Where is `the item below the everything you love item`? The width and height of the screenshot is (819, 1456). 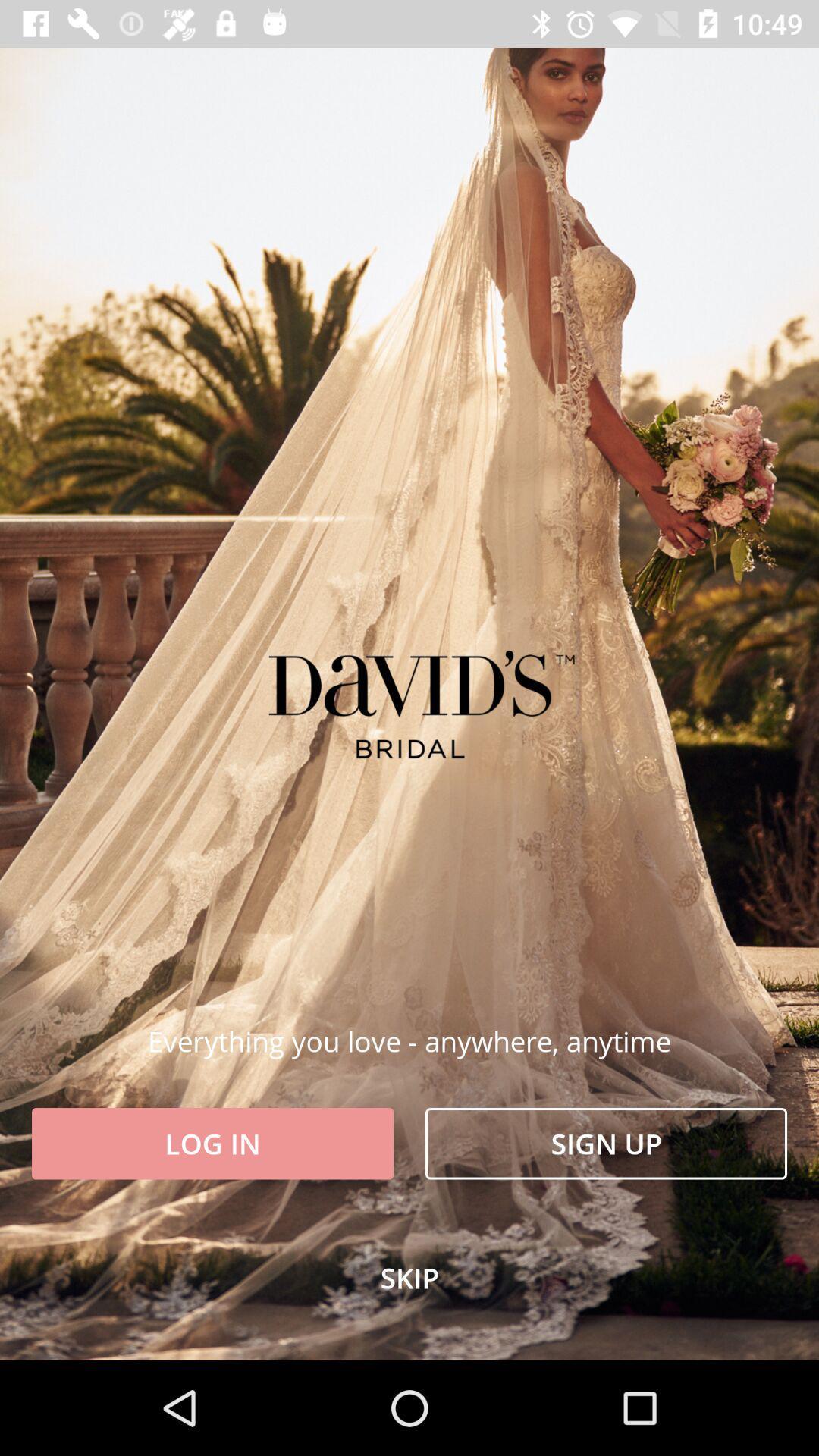
the item below the everything you love item is located at coordinates (212, 1144).